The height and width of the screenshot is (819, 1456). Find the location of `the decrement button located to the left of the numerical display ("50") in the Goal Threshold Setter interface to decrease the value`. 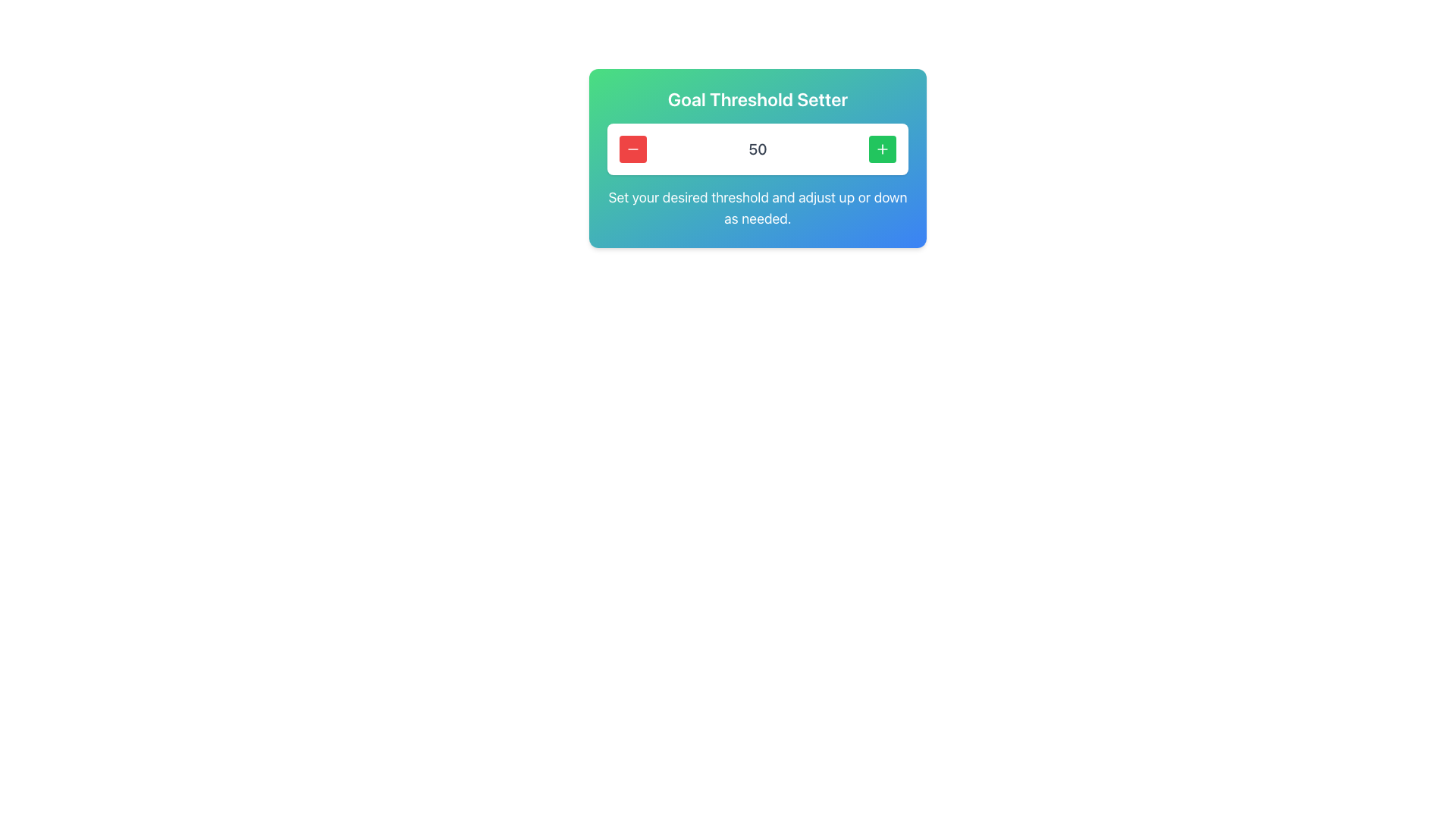

the decrement button located to the left of the numerical display ("50") in the Goal Threshold Setter interface to decrease the value is located at coordinates (633, 149).